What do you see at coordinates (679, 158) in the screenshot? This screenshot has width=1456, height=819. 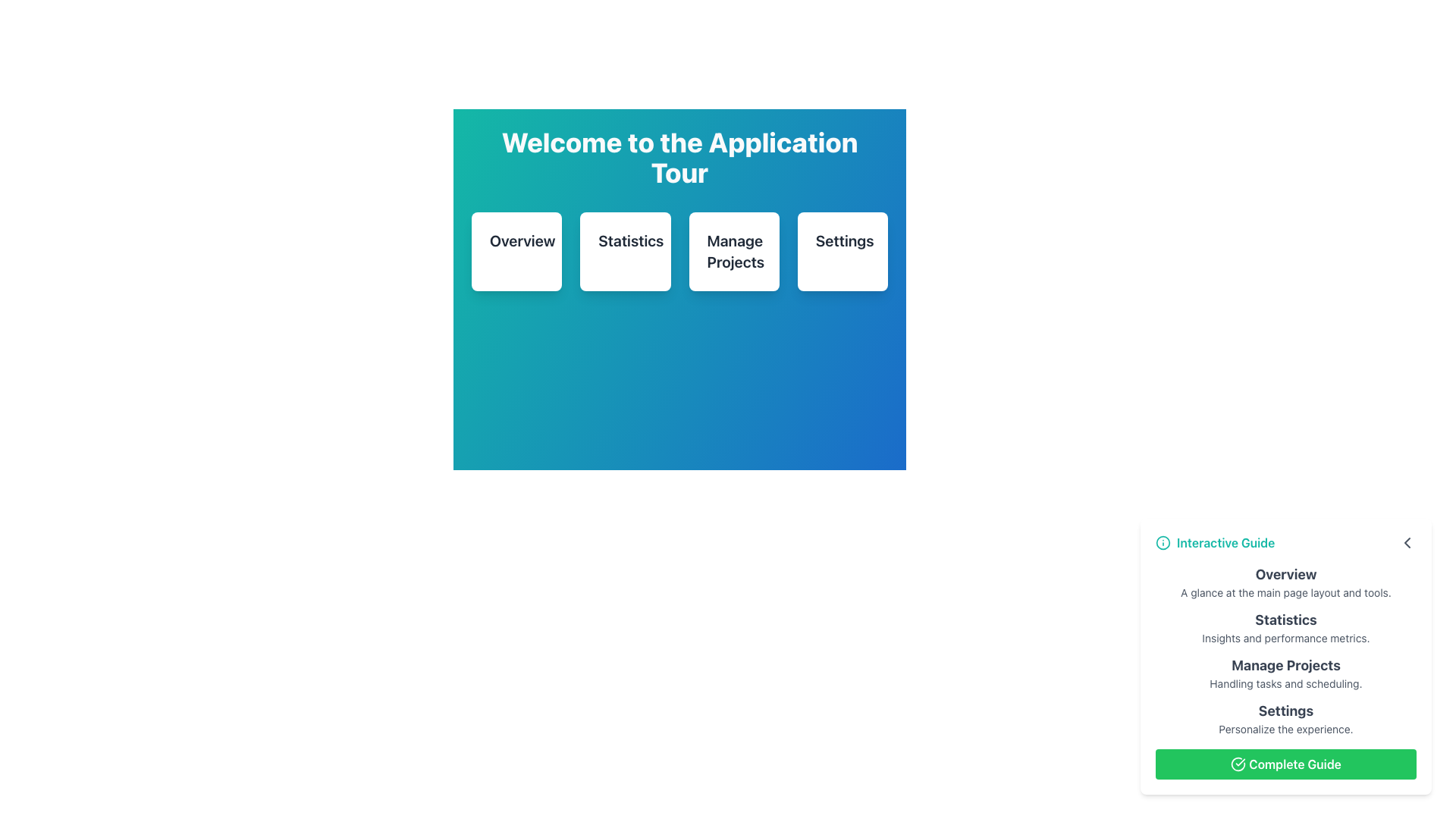 I see `the header text label 'Welcome to the Application Tour', which is displayed in large, bold, white text and is centered on a gradient background transitioning from teal to blue` at bounding box center [679, 158].